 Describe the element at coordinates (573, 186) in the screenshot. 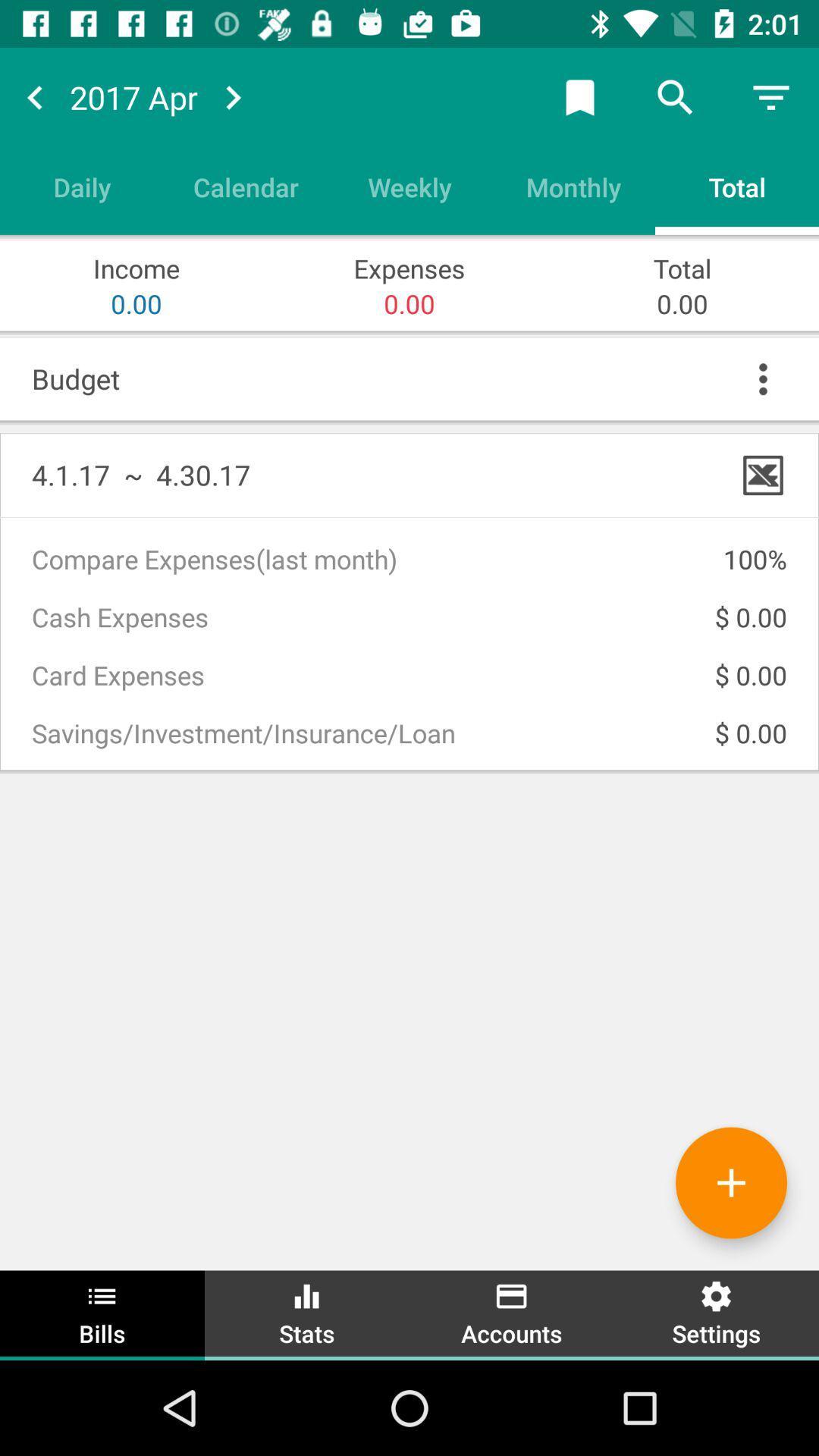

I see `item to the left of the total icon` at that location.